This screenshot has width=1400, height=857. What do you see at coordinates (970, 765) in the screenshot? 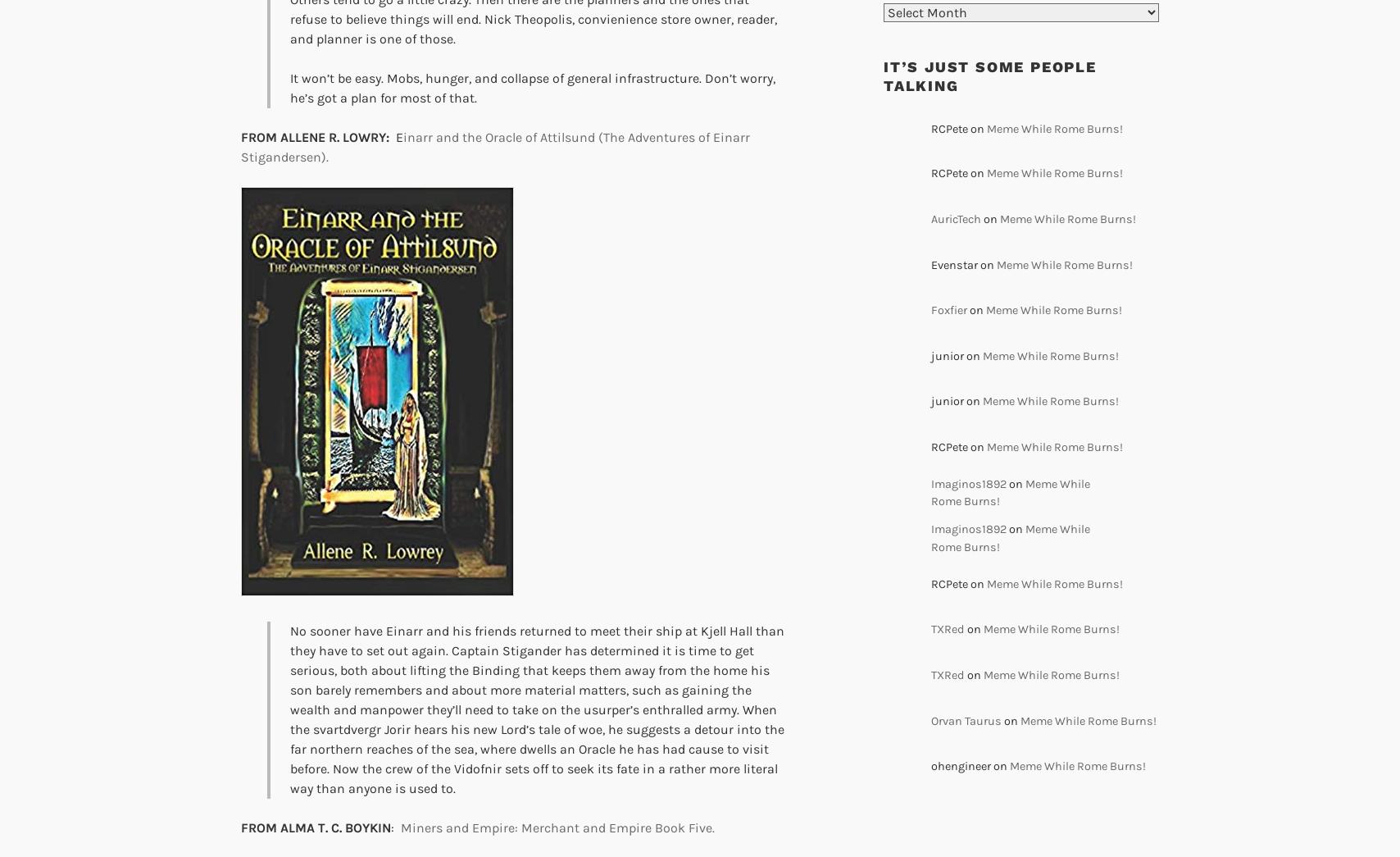
I see `'ohengineer on'` at bounding box center [970, 765].